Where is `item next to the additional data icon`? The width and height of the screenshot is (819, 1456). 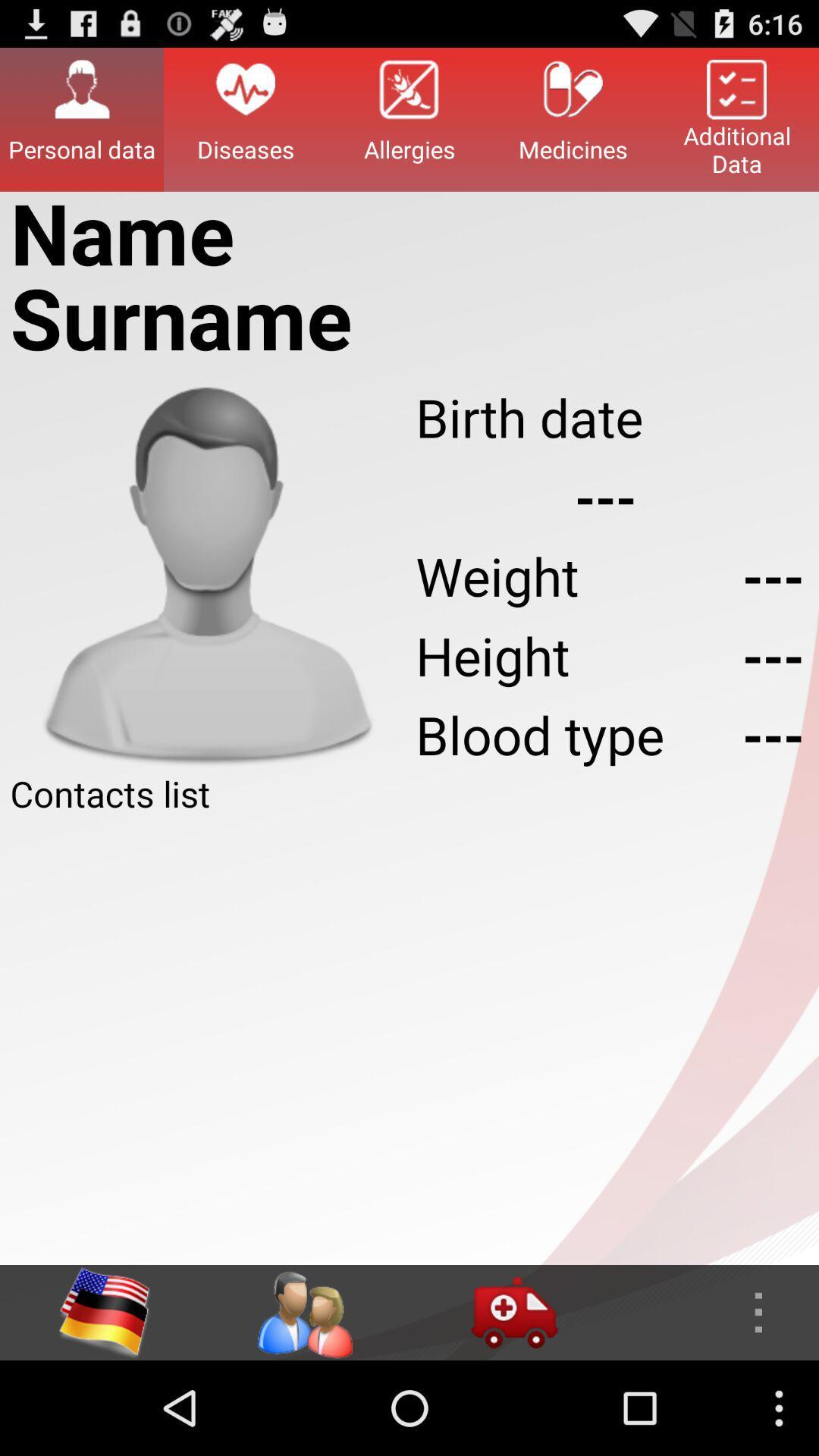
item next to the additional data icon is located at coordinates (573, 118).